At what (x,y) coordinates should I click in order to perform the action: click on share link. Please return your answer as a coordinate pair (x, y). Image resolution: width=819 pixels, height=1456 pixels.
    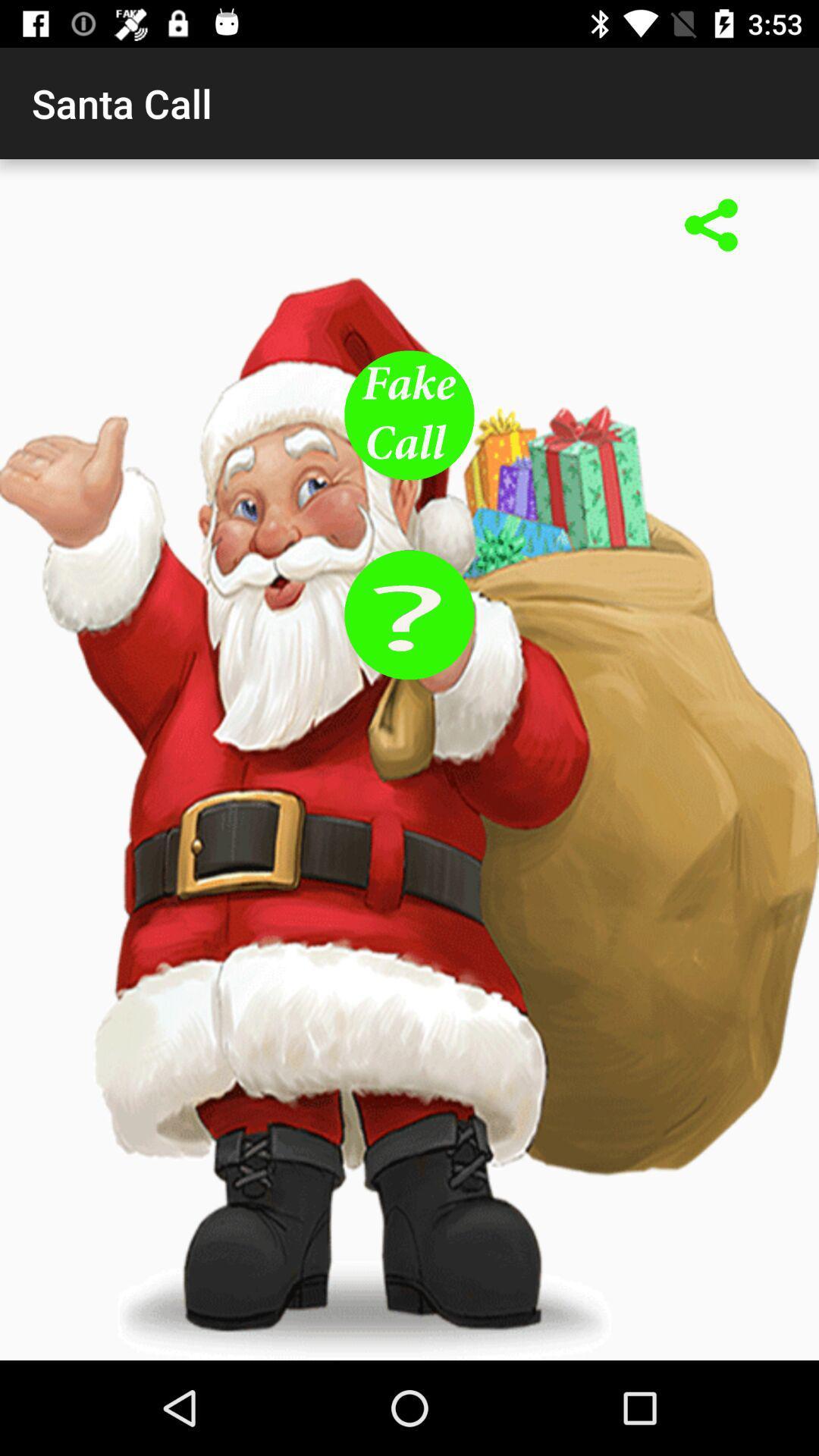
    Looking at the image, I should click on (711, 226).